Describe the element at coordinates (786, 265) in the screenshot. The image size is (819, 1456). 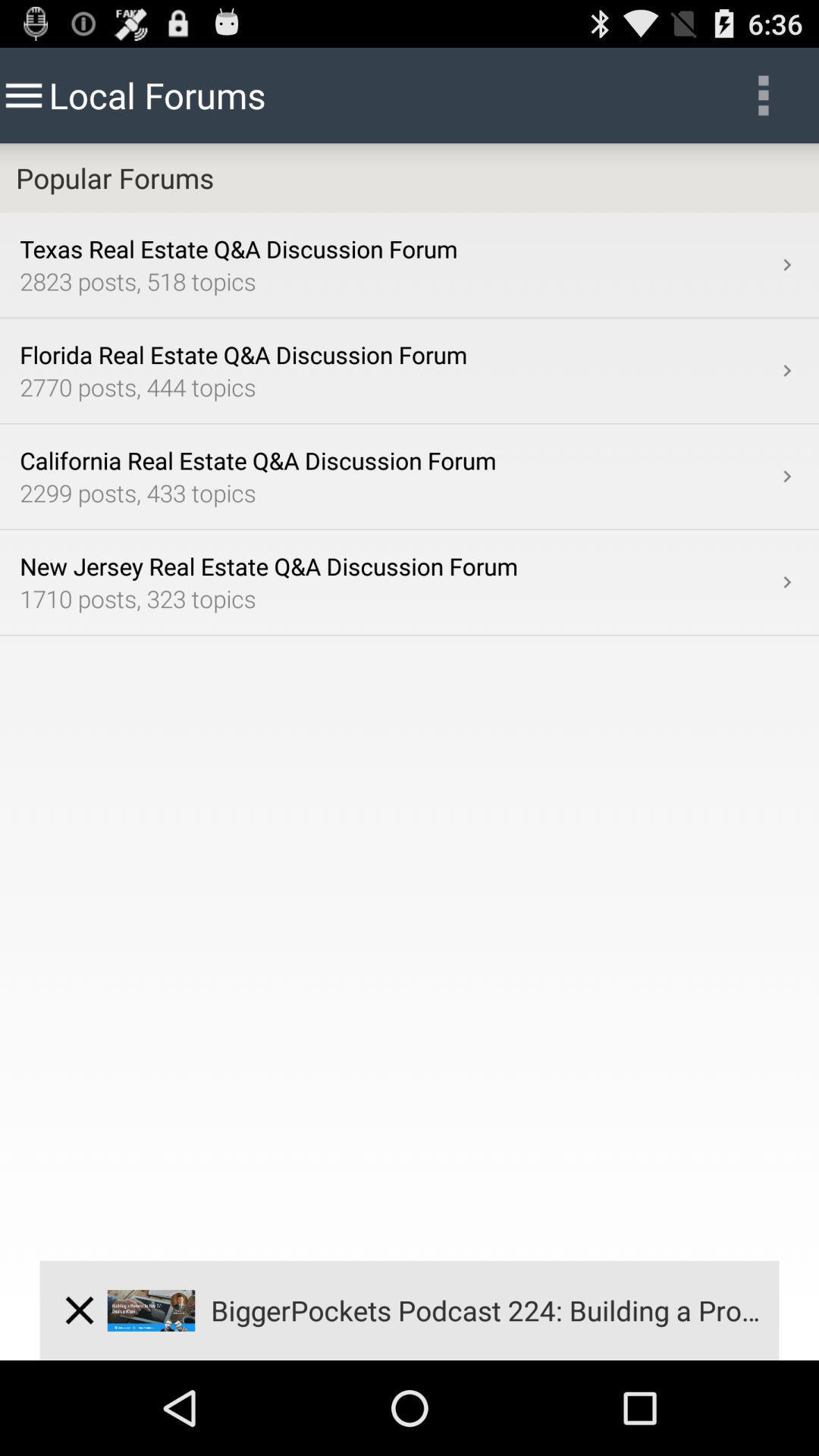
I see `the item next to the texas real estate app` at that location.